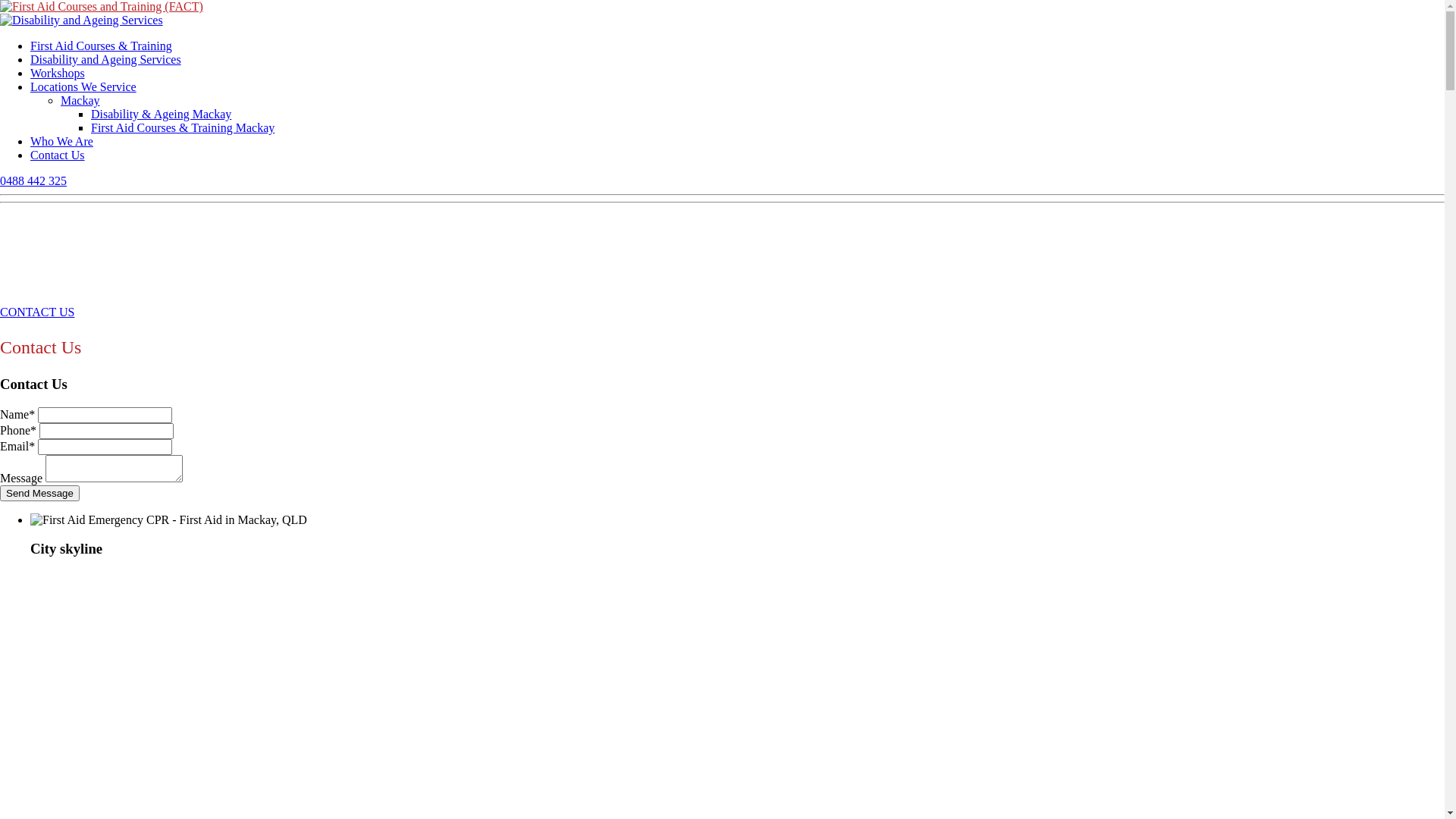 The image size is (1456, 819). I want to click on 'Disability & Ageing Mackay', so click(161, 113).